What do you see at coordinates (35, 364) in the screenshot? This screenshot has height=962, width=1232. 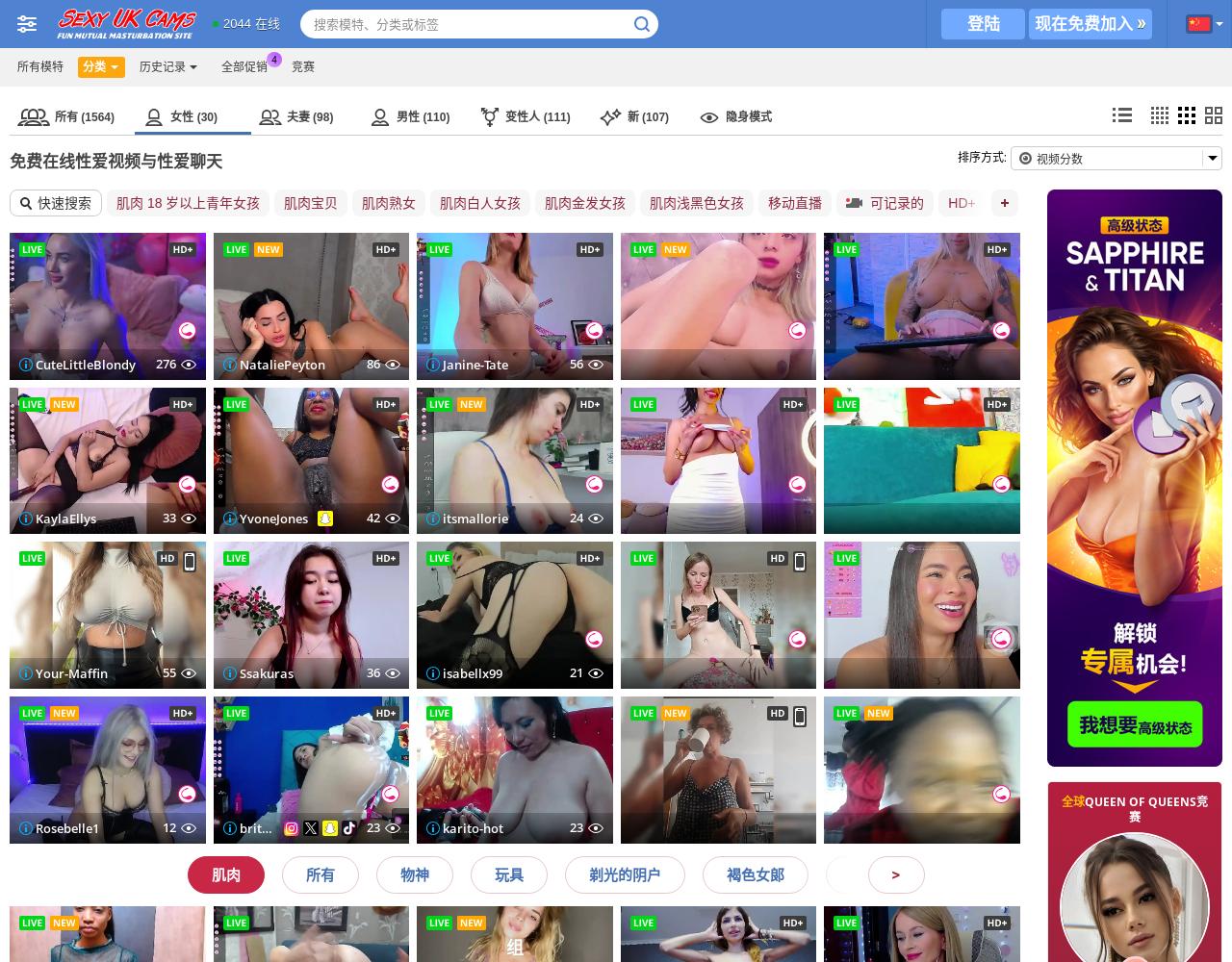 I see `'CuteLittleBlondy'` at bounding box center [35, 364].